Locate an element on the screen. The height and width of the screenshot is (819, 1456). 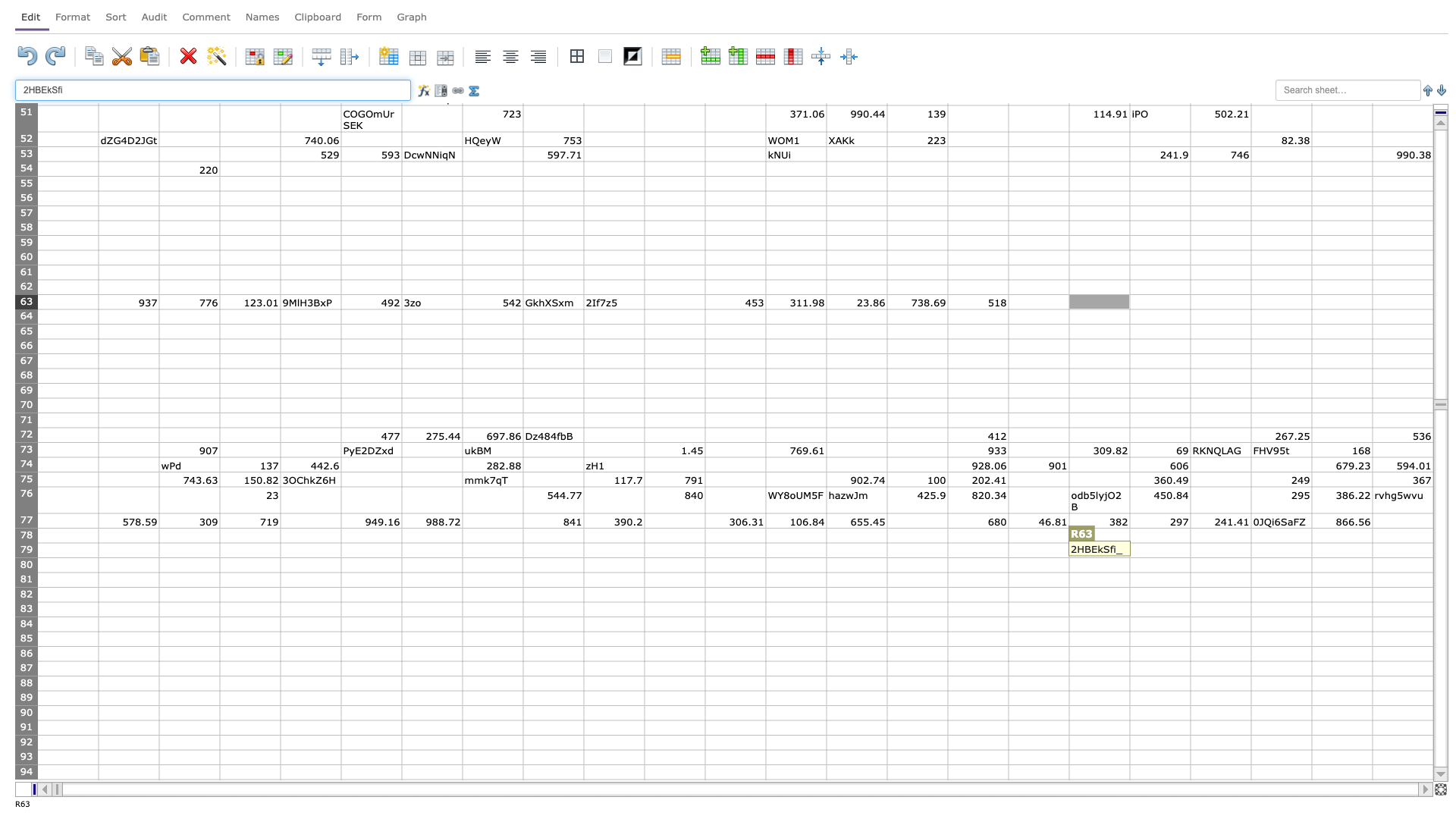
top left corner of cell S79 is located at coordinates (1129, 542).